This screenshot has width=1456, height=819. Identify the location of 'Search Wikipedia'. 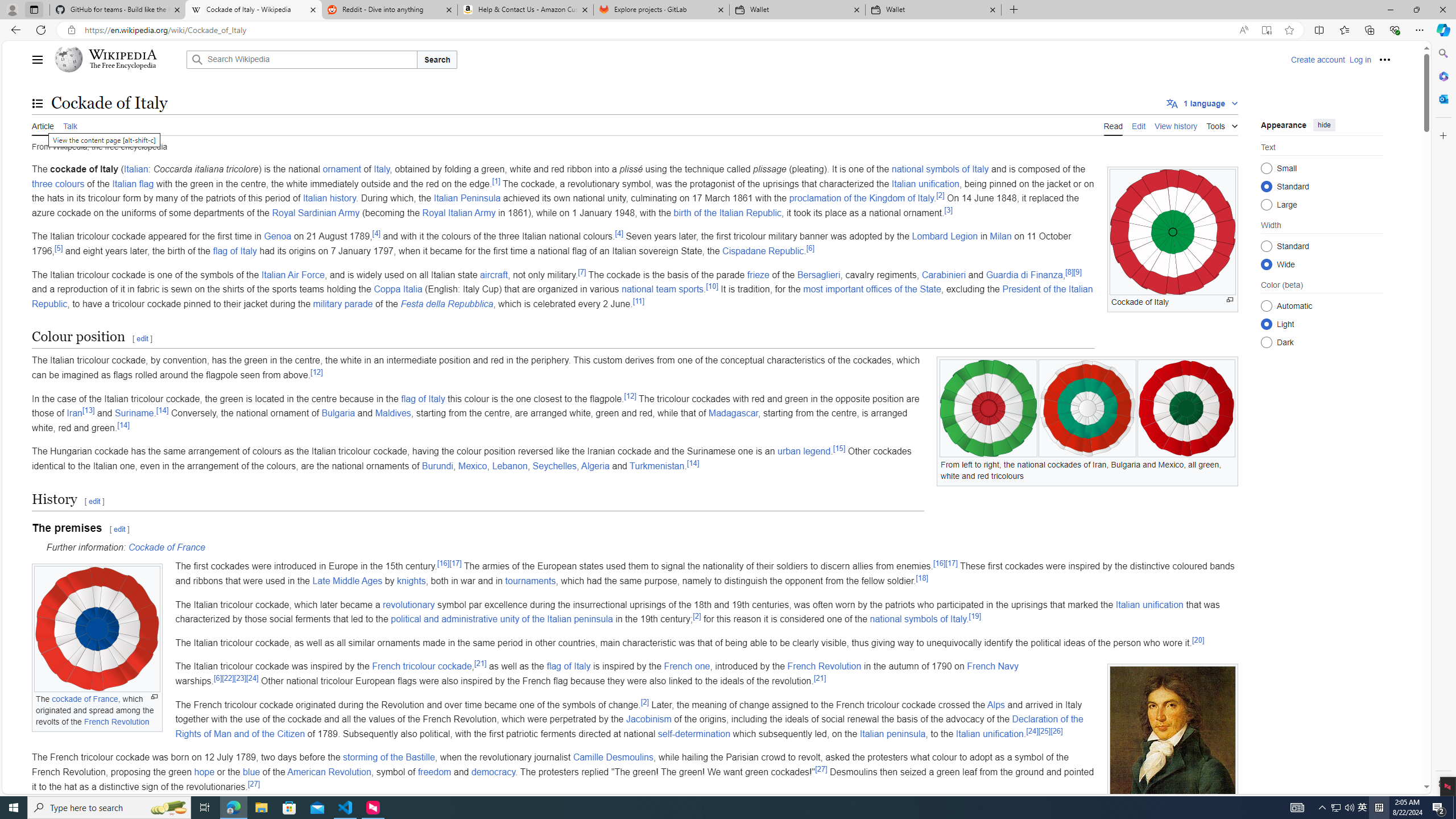
(301, 59).